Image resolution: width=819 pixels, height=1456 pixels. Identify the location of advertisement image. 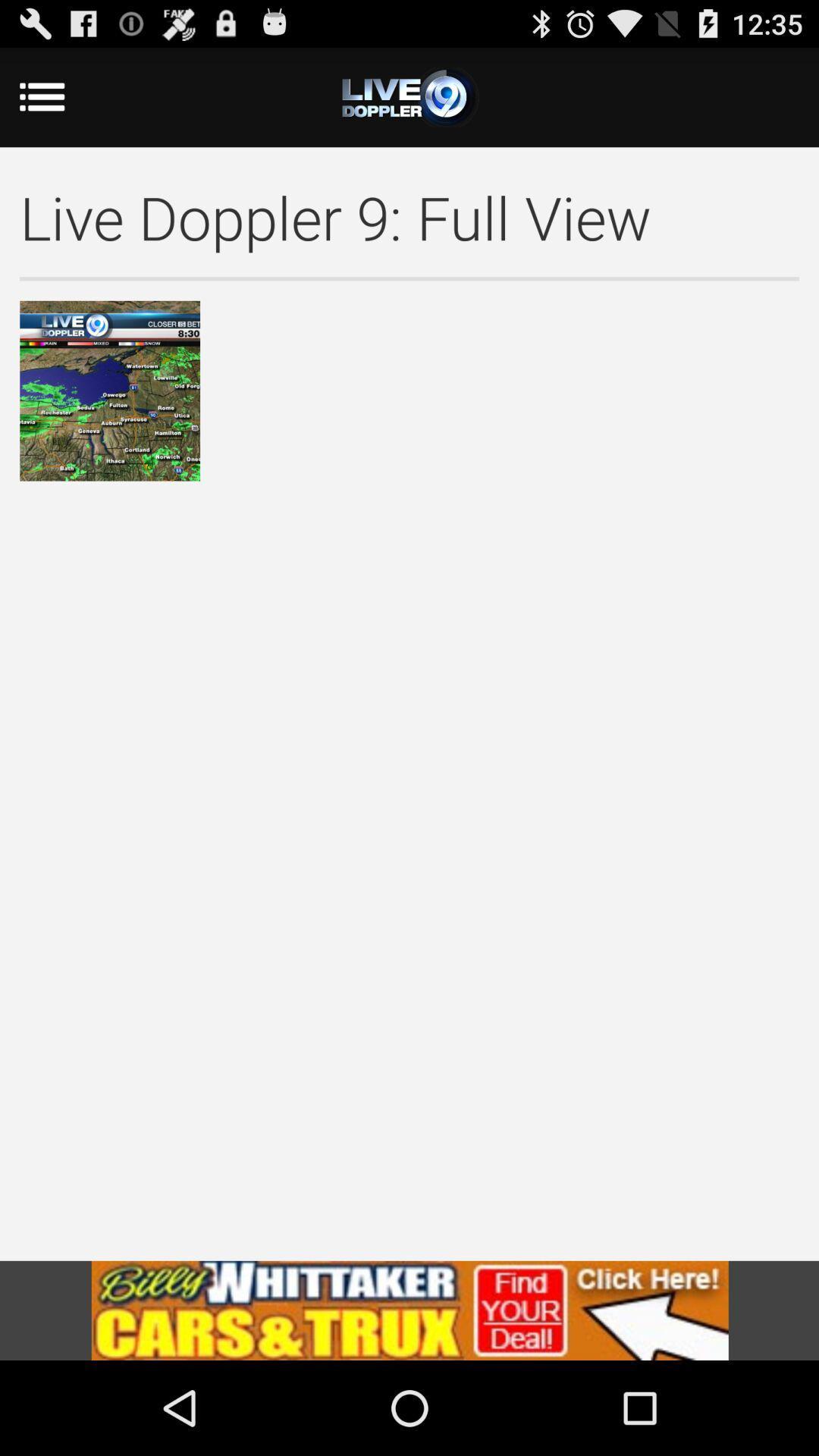
(409, 1310).